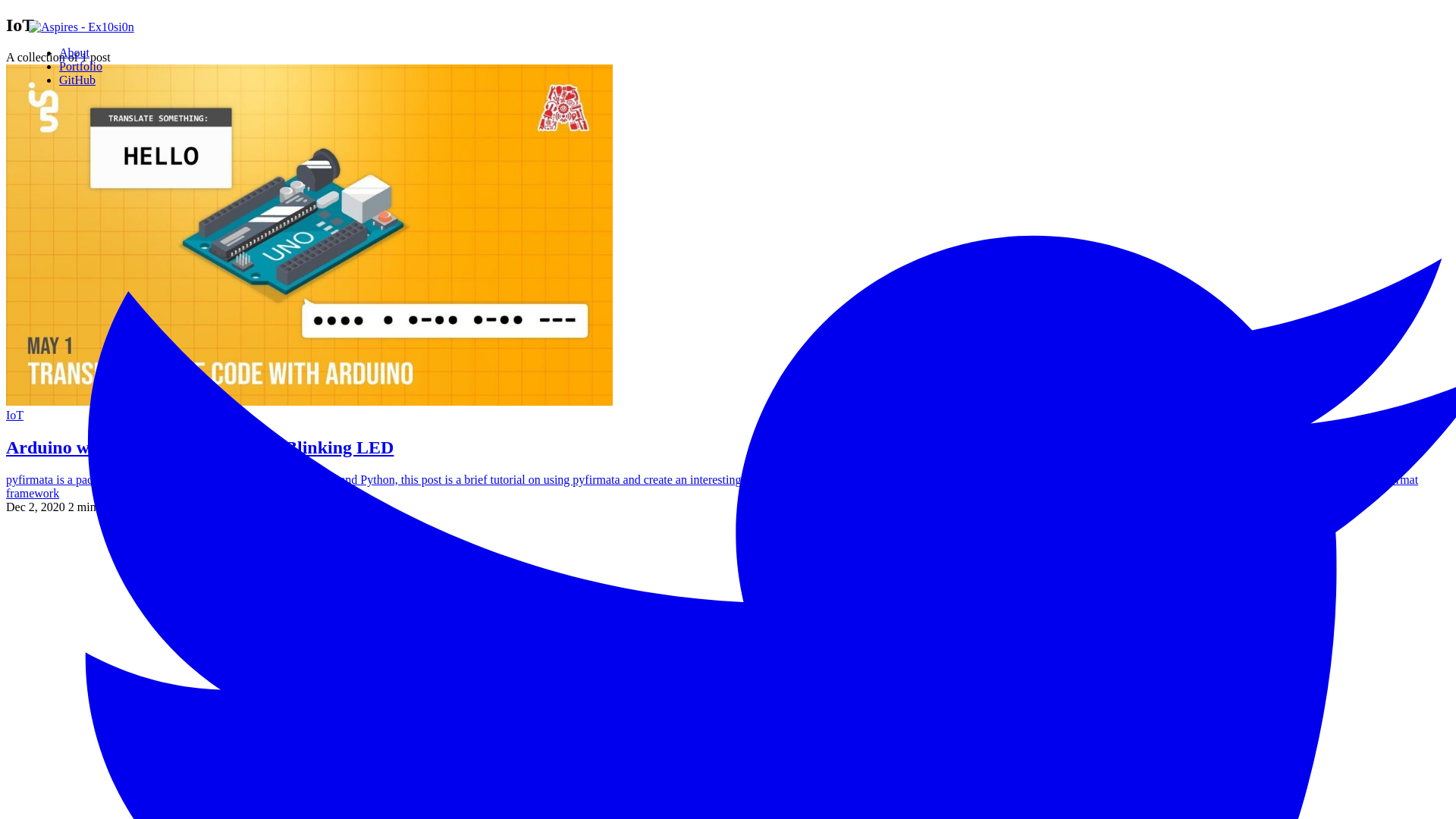 Image resolution: width=1456 pixels, height=819 pixels. Describe the element at coordinates (58, 65) in the screenshot. I see `'Portfolio'` at that location.